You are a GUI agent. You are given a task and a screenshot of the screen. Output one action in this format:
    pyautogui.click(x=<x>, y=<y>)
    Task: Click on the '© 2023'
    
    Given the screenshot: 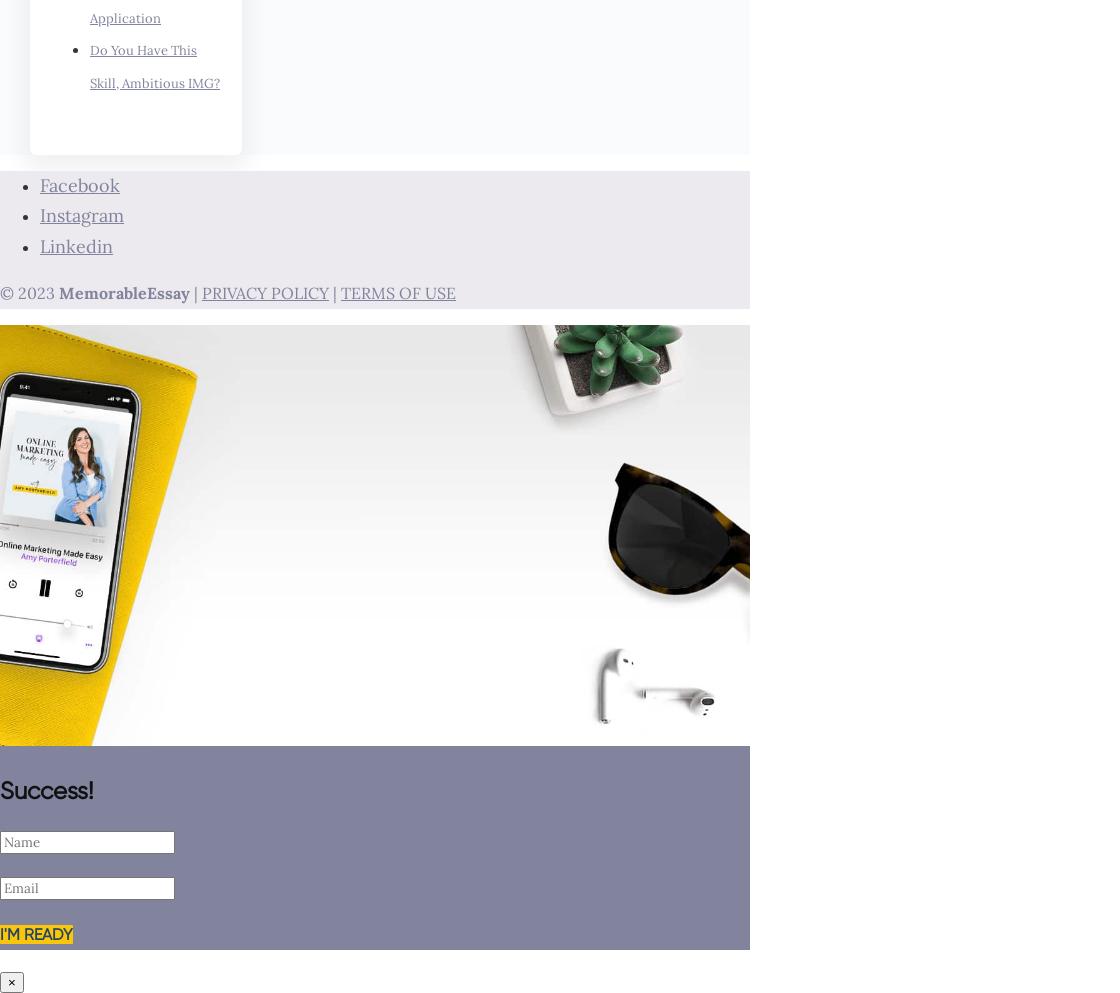 What is the action you would take?
    pyautogui.click(x=29, y=293)
    